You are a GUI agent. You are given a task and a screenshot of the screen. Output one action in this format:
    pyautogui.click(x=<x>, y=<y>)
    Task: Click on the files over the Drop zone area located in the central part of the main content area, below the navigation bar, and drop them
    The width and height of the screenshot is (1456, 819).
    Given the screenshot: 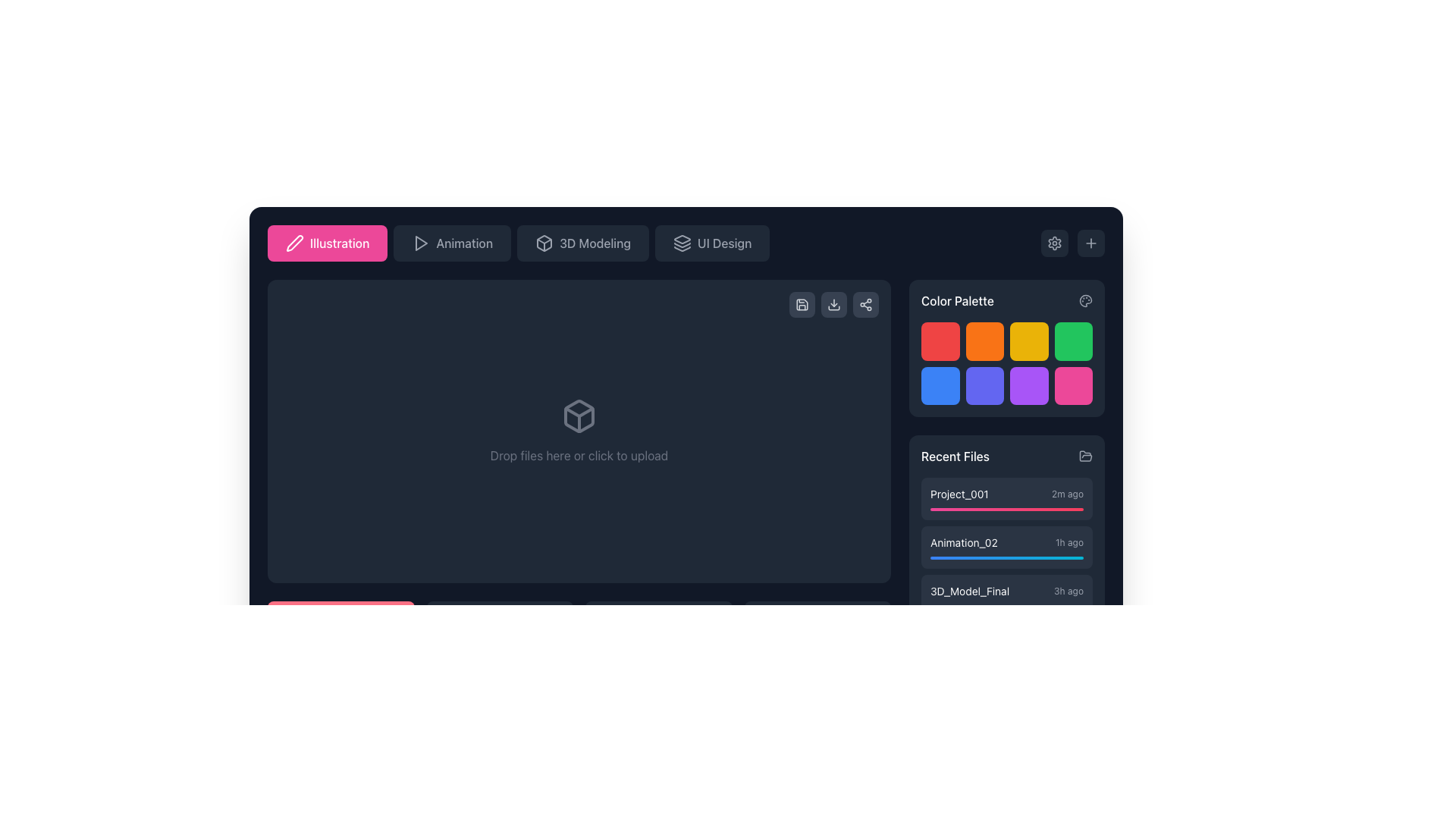 What is the action you would take?
    pyautogui.click(x=578, y=431)
    